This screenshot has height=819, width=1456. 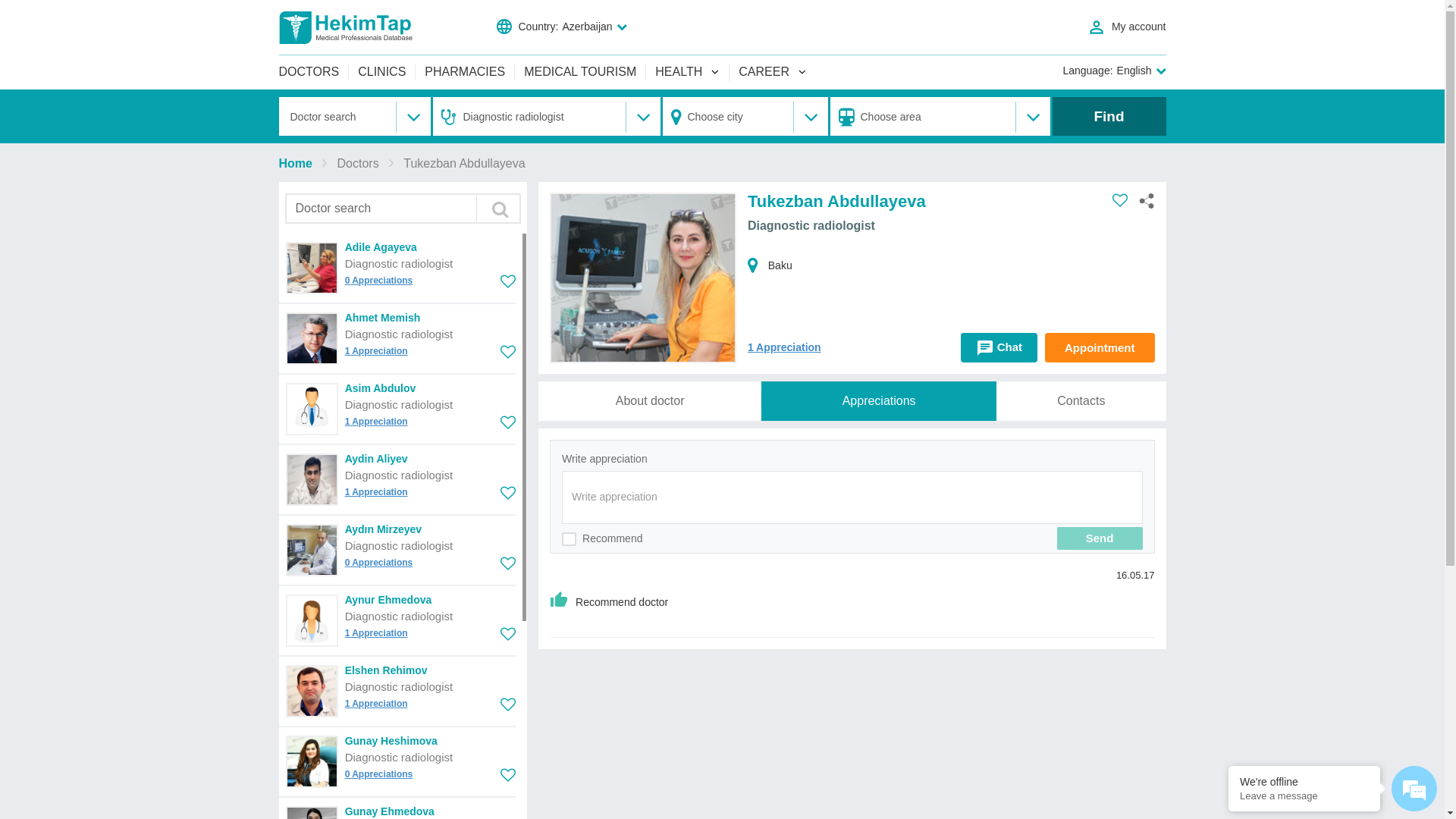 I want to click on '1 Appreciation', so click(x=376, y=350).